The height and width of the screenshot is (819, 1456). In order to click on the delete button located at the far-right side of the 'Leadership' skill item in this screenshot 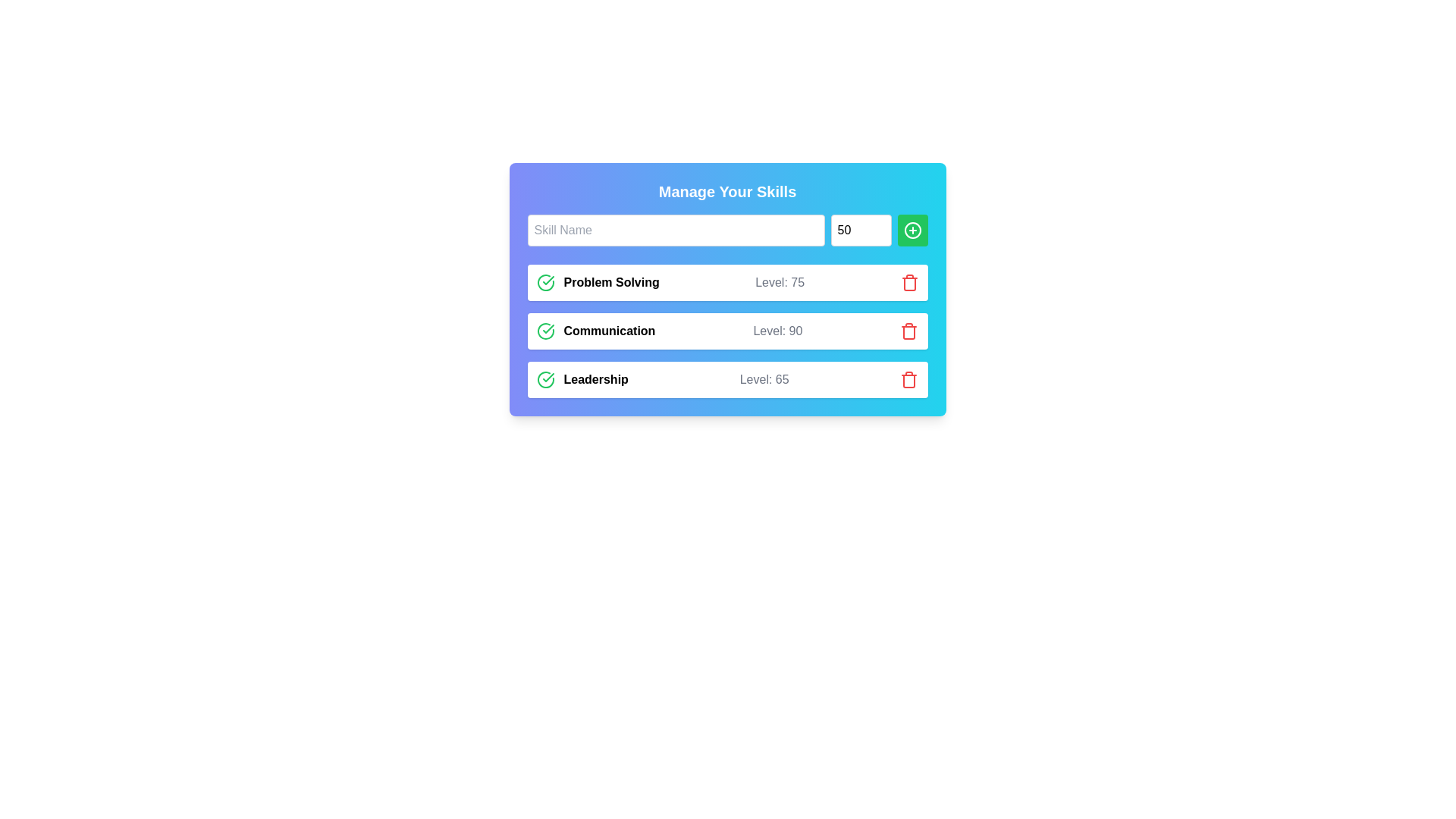, I will do `click(909, 379)`.